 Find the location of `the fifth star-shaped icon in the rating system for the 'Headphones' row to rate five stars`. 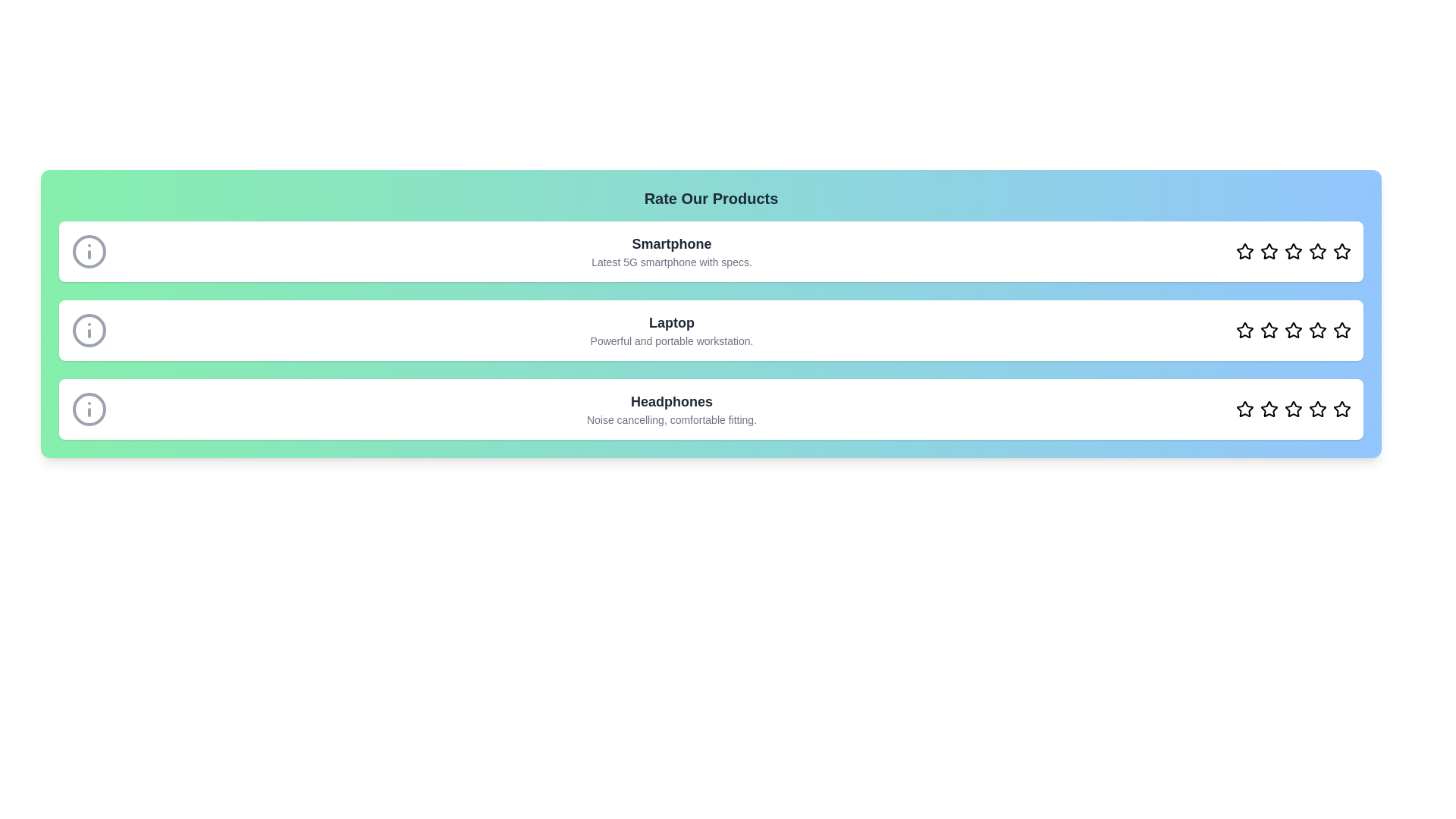

the fifth star-shaped icon in the rating system for the 'Headphones' row to rate five stars is located at coordinates (1342, 409).